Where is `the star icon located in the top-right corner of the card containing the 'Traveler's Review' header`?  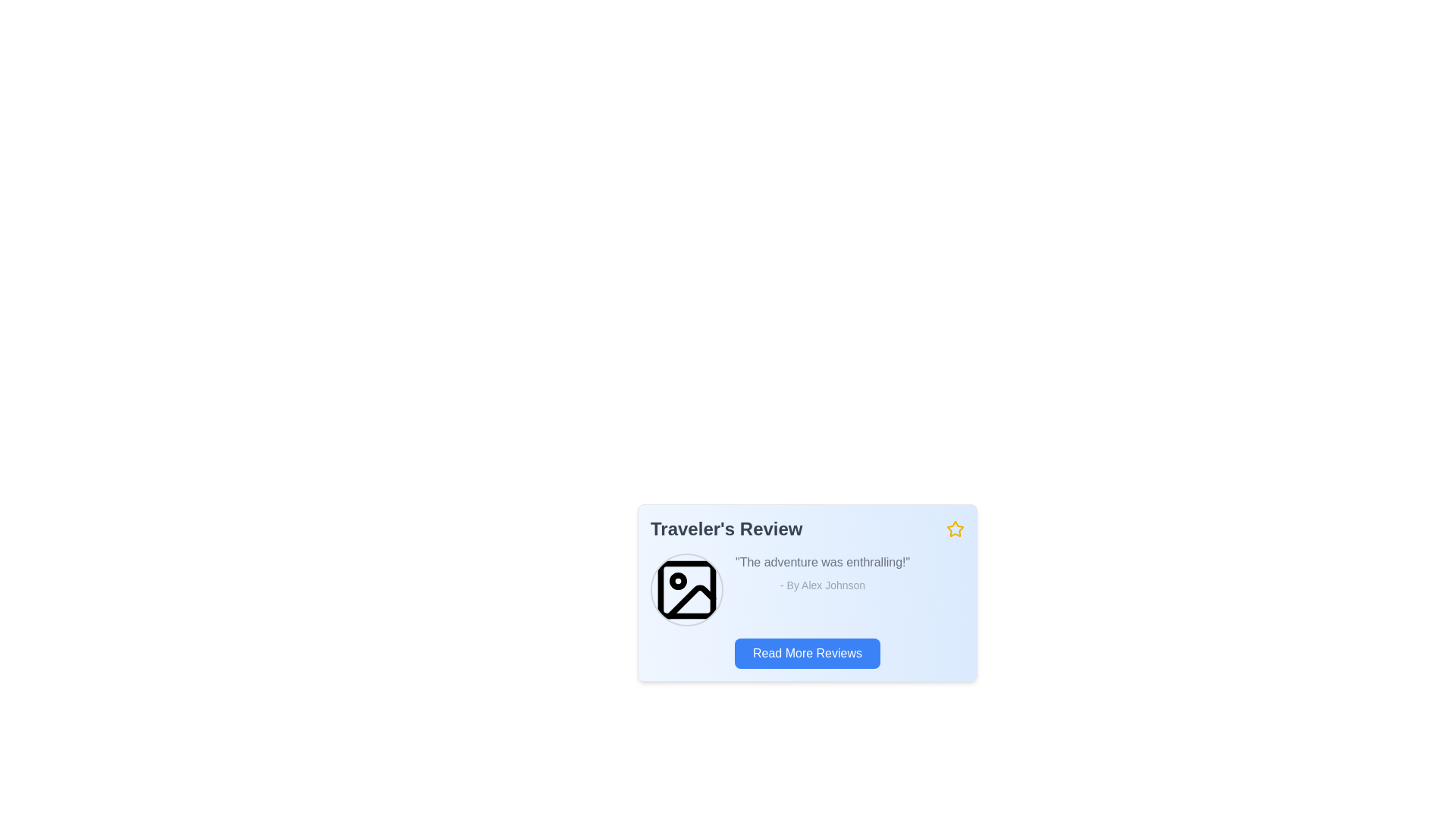 the star icon located in the top-right corner of the card containing the 'Traveler's Review' header is located at coordinates (954, 529).